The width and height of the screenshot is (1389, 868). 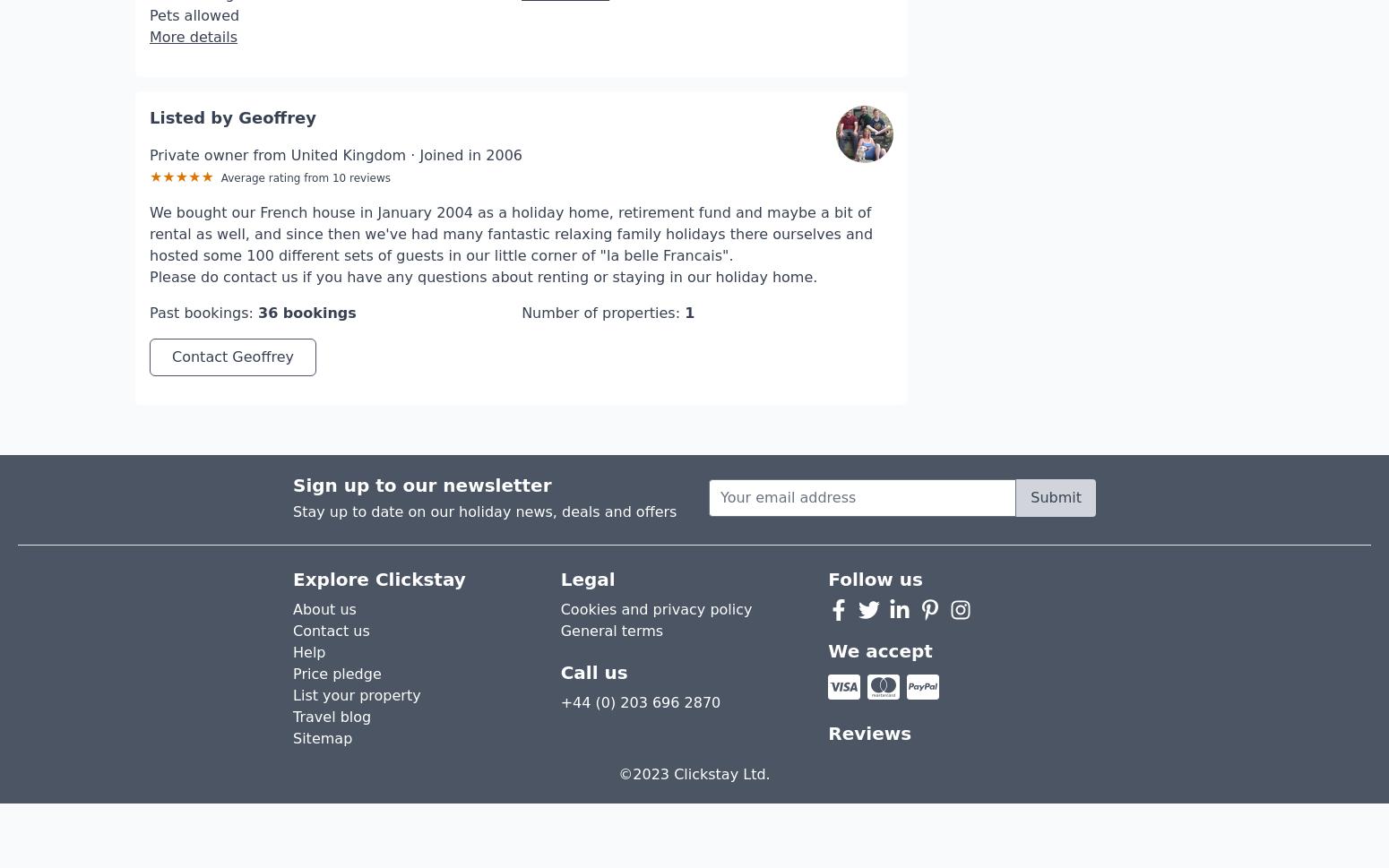 I want to click on 'Call us', so click(x=592, y=617).